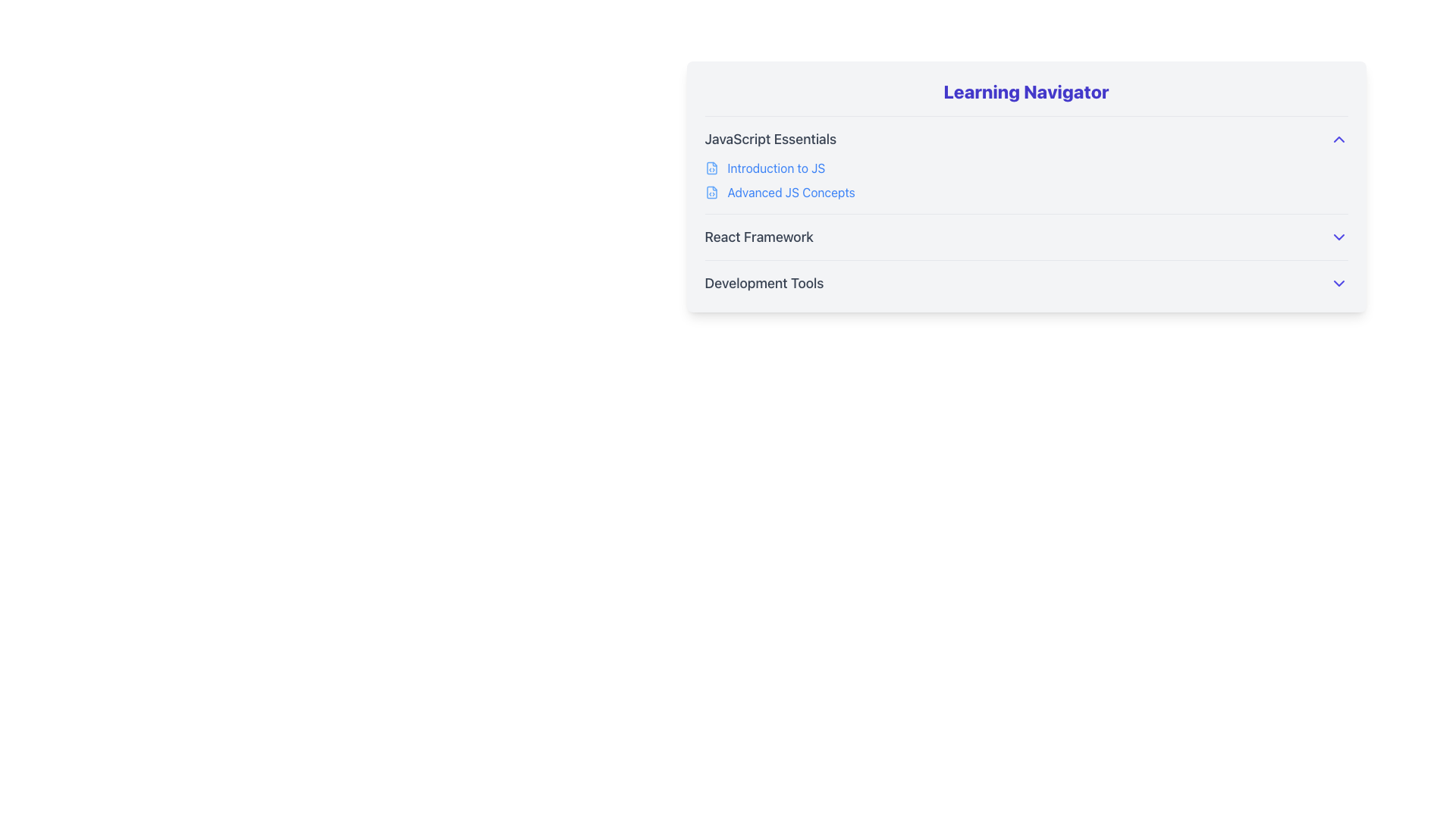  I want to click on the icon representing 'Advanced JS Concepts' located to the left of its clickable label in the 'JavaScript Essentials' section, so click(711, 192).